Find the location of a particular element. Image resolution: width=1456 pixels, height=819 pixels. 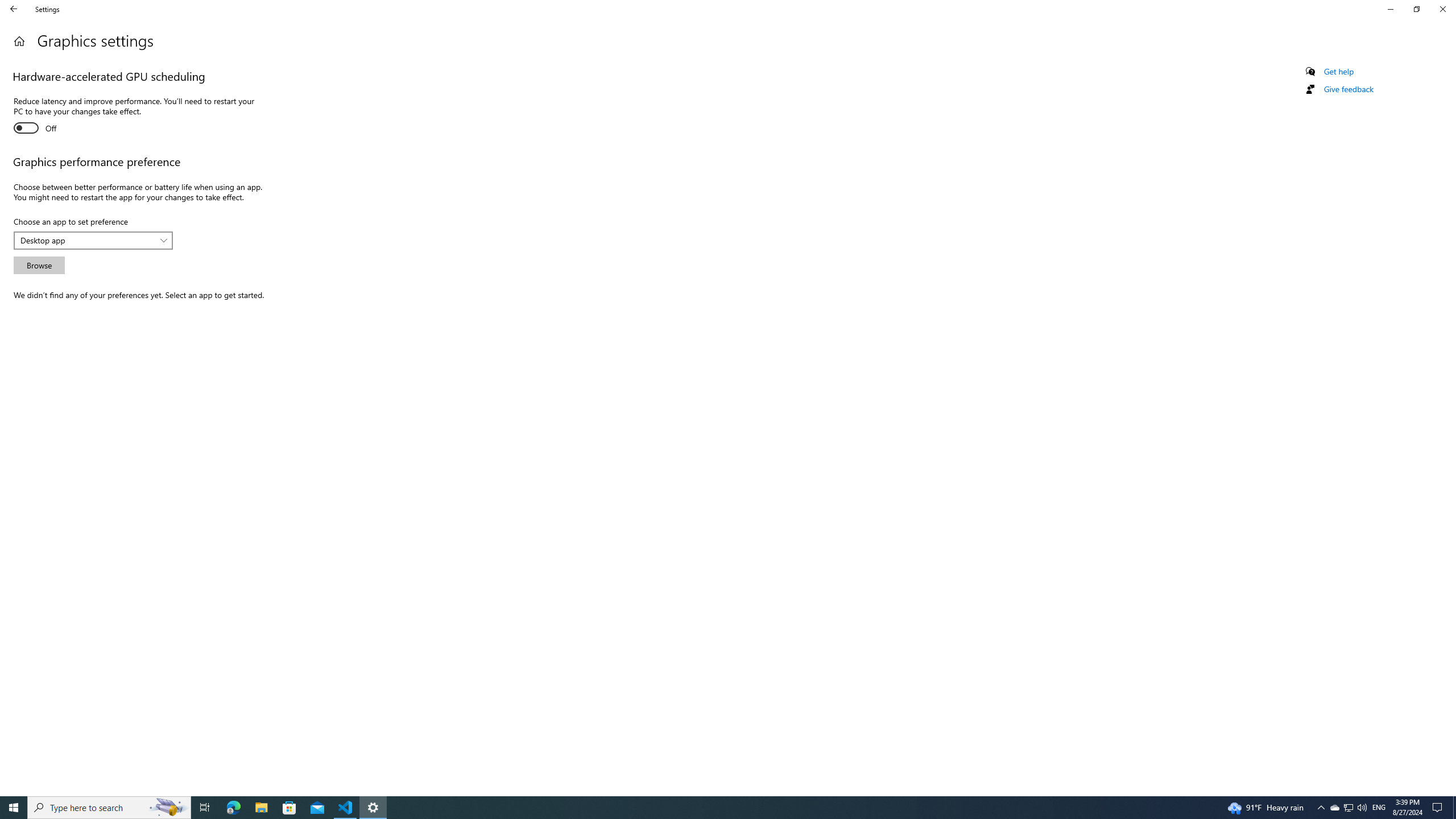

'Minimize Settings' is located at coordinates (1389, 9).